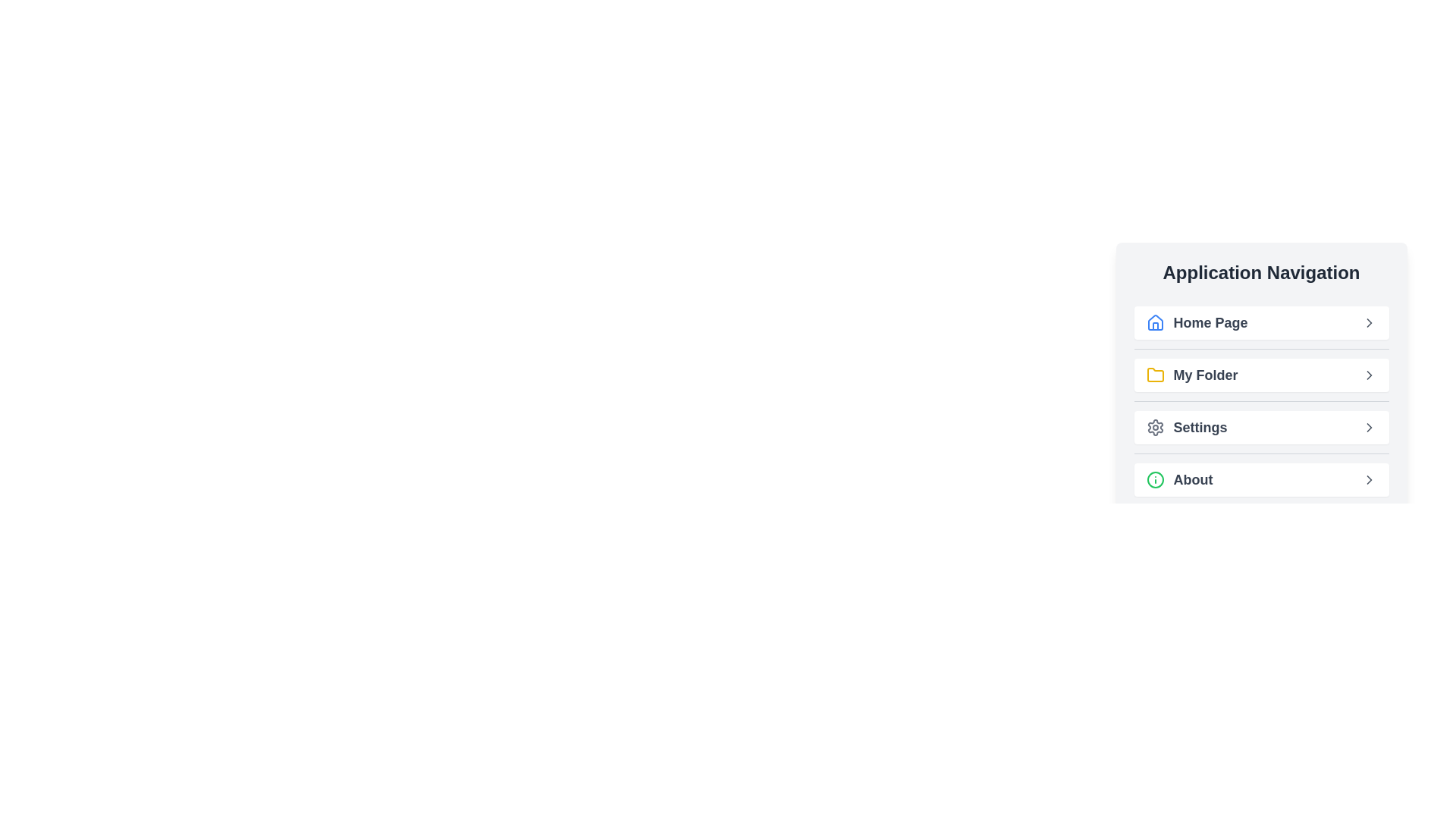  I want to click on the settings icon located in the navigation menu's 'Settings' option row, so click(1154, 427).